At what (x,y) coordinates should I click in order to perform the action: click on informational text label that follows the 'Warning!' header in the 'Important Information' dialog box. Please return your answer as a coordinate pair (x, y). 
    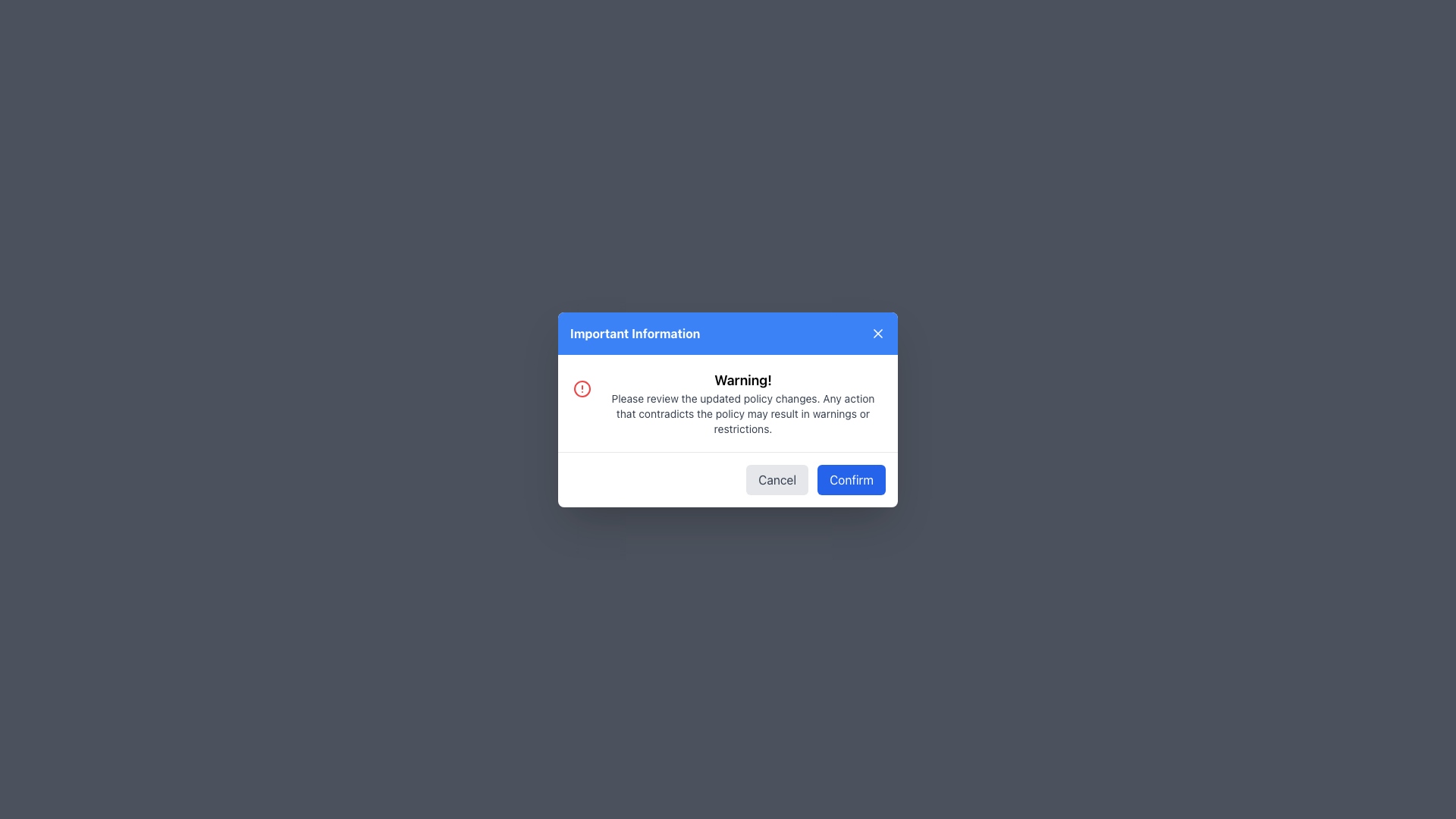
    Looking at the image, I should click on (742, 413).